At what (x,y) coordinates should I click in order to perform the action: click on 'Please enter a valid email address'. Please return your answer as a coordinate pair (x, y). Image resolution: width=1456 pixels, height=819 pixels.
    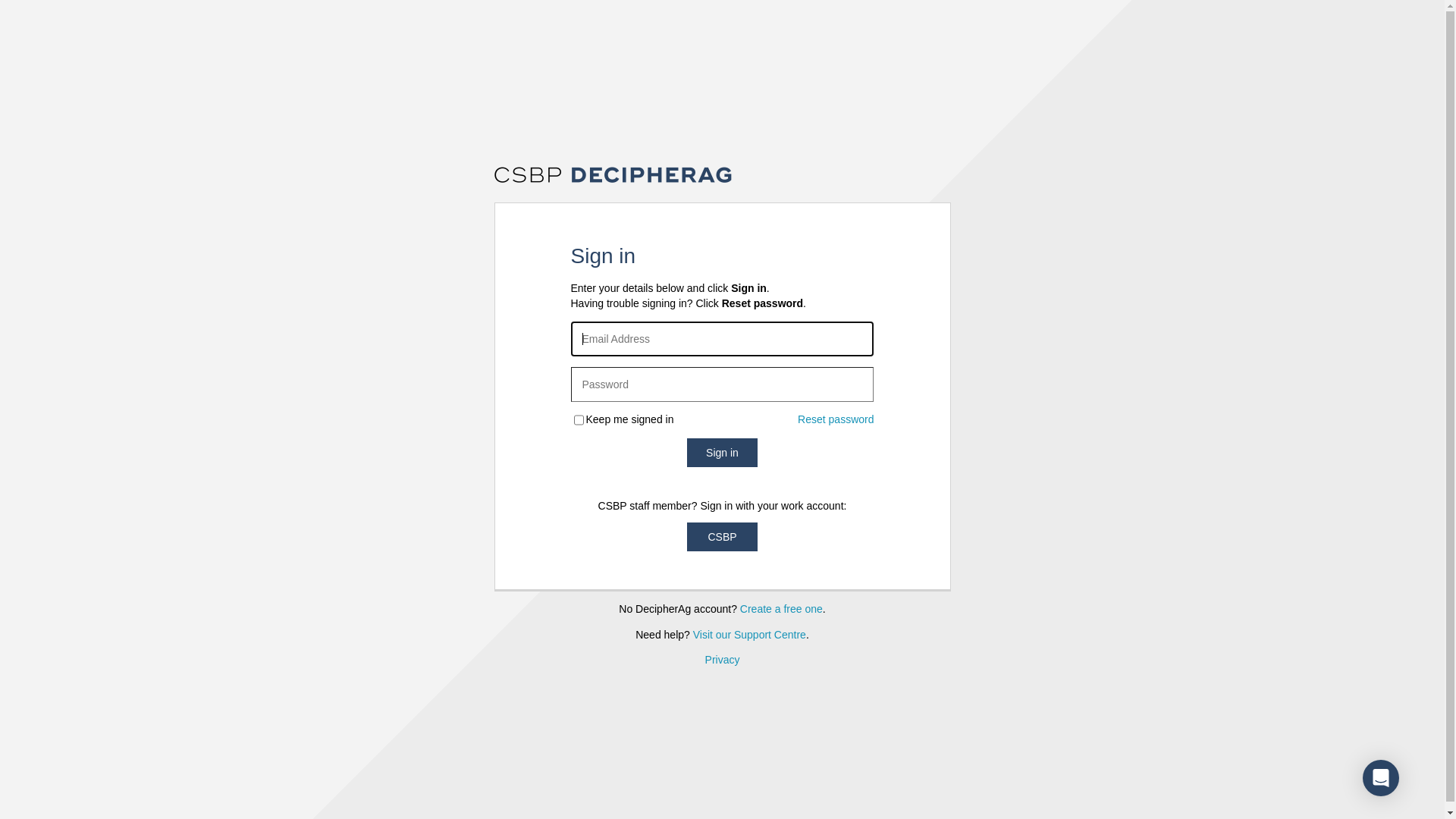
    Looking at the image, I should click on (720, 338).